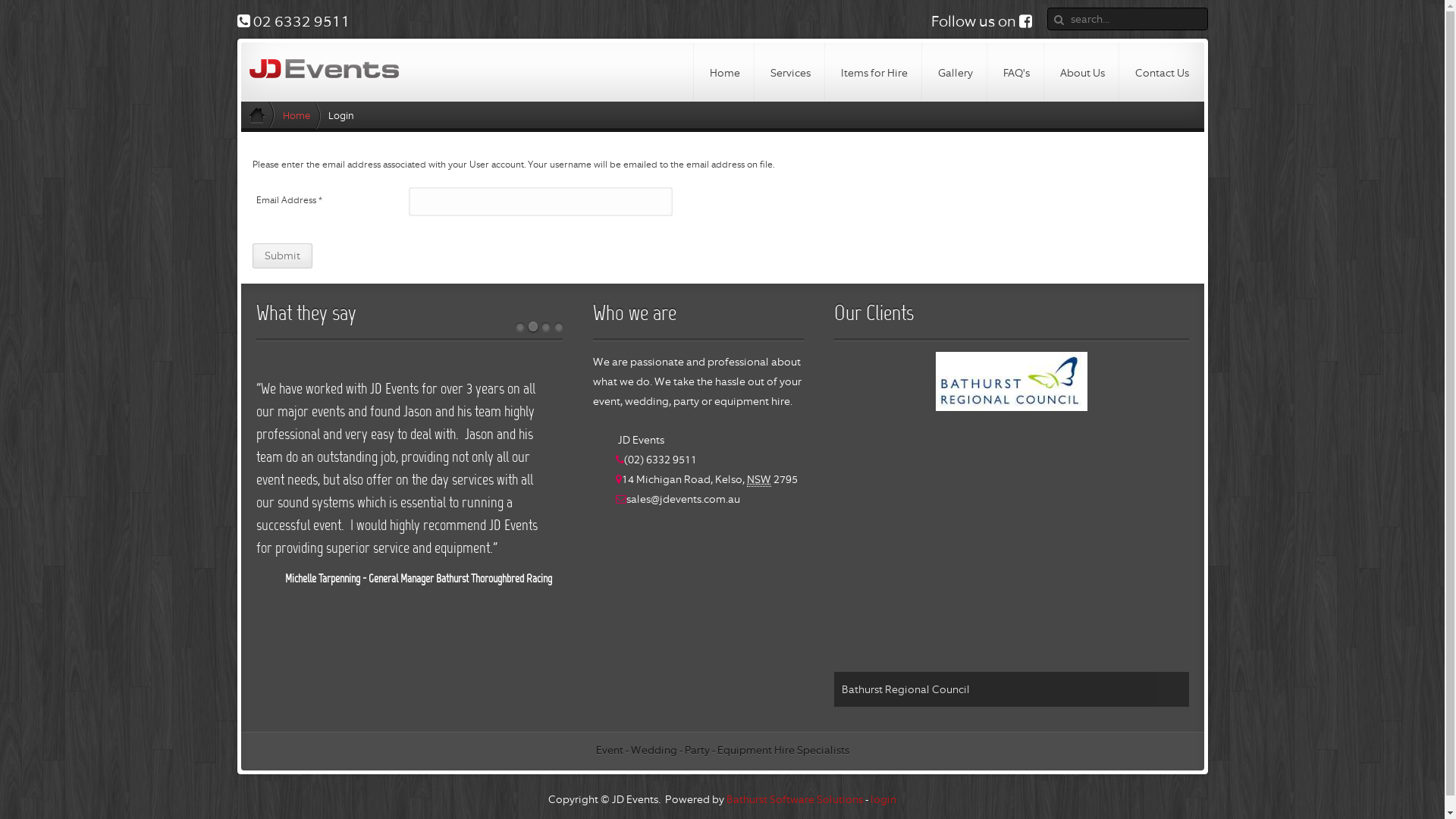 This screenshot has height=819, width=1456. I want to click on 'Home', so click(723, 72).